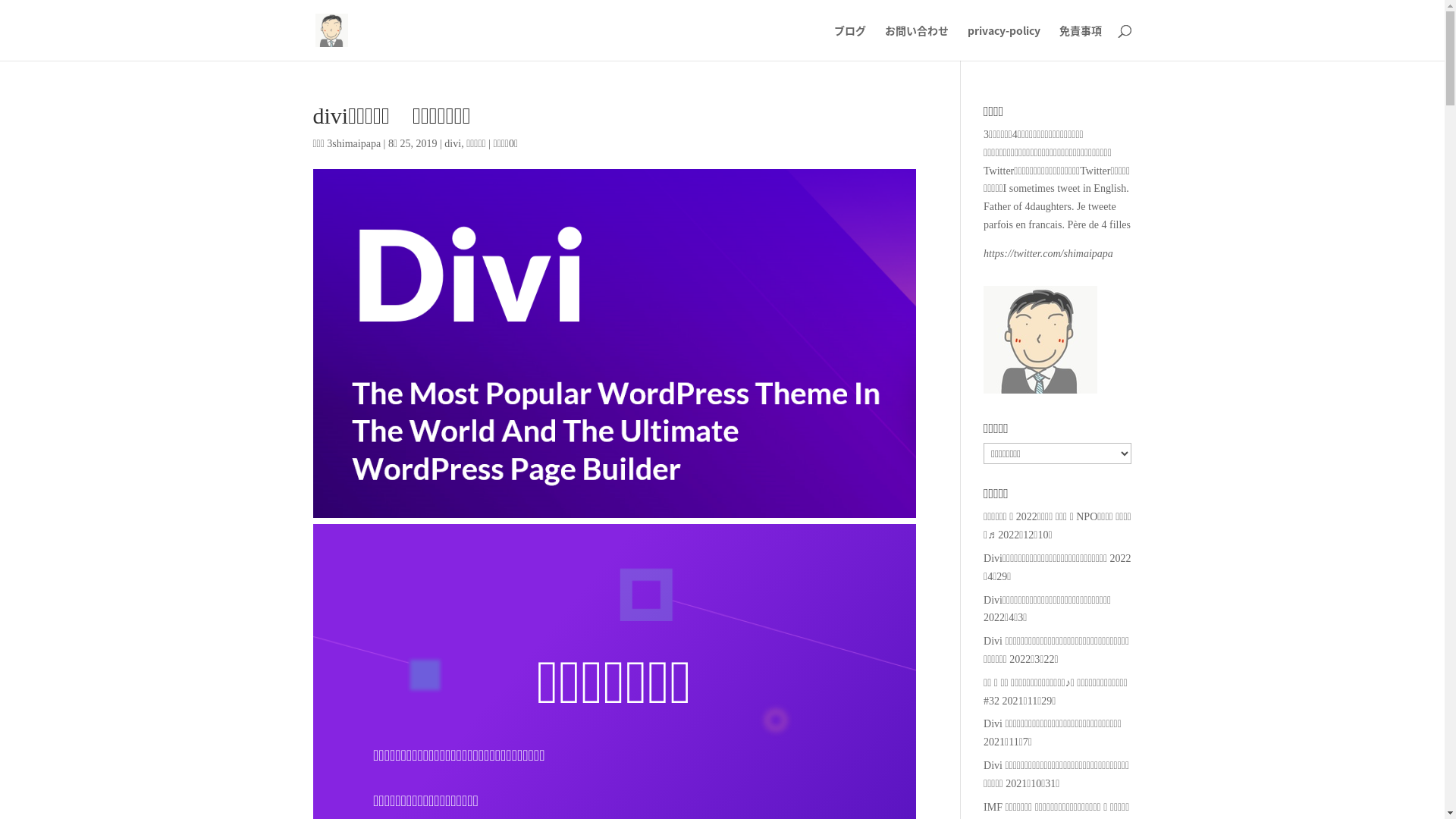 This screenshot has height=819, width=1456. I want to click on 'https://twitter.com/shimaipapa', so click(1047, 253).